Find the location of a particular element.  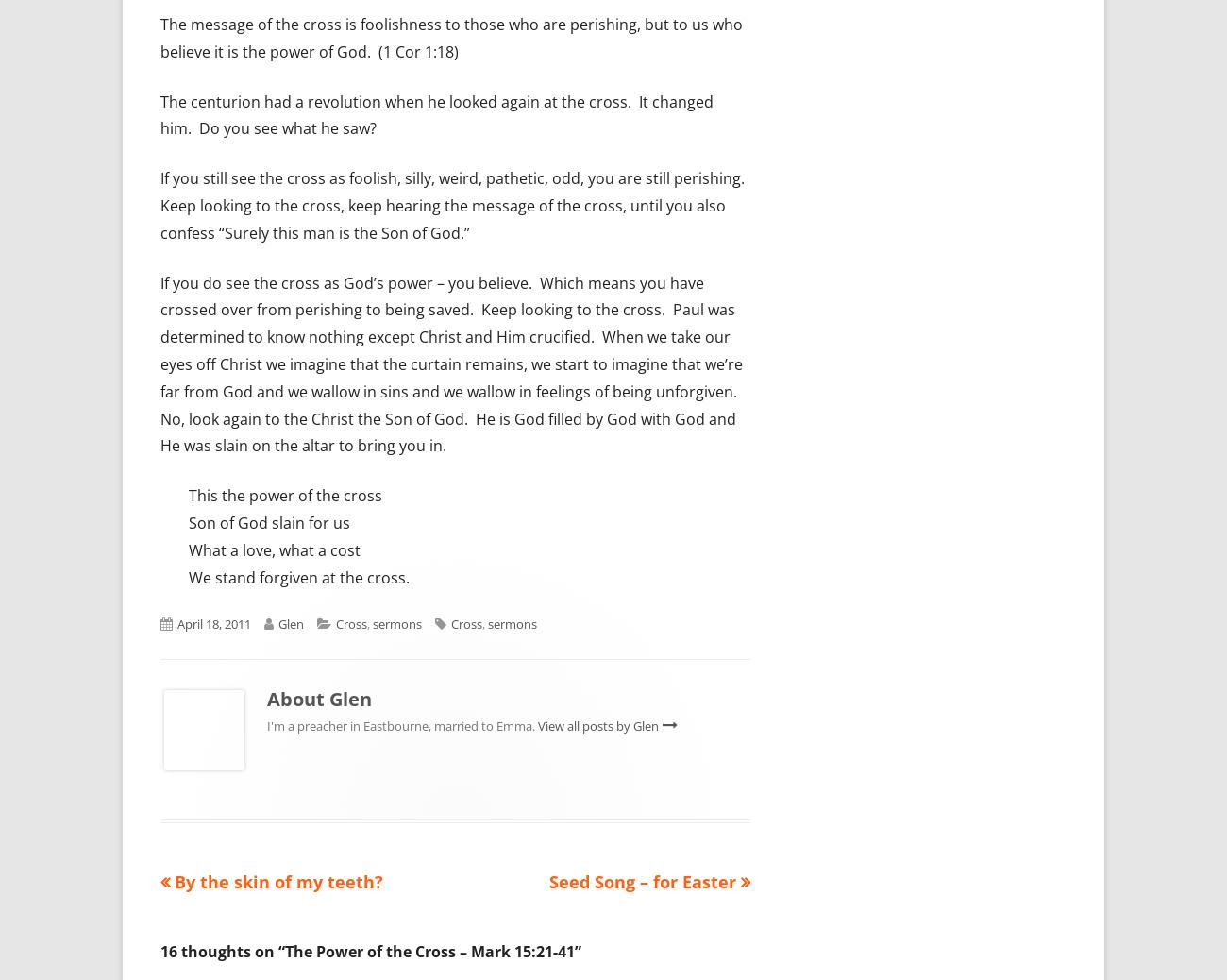

'View all posts by Glen' is located at coordinates (599, 724).